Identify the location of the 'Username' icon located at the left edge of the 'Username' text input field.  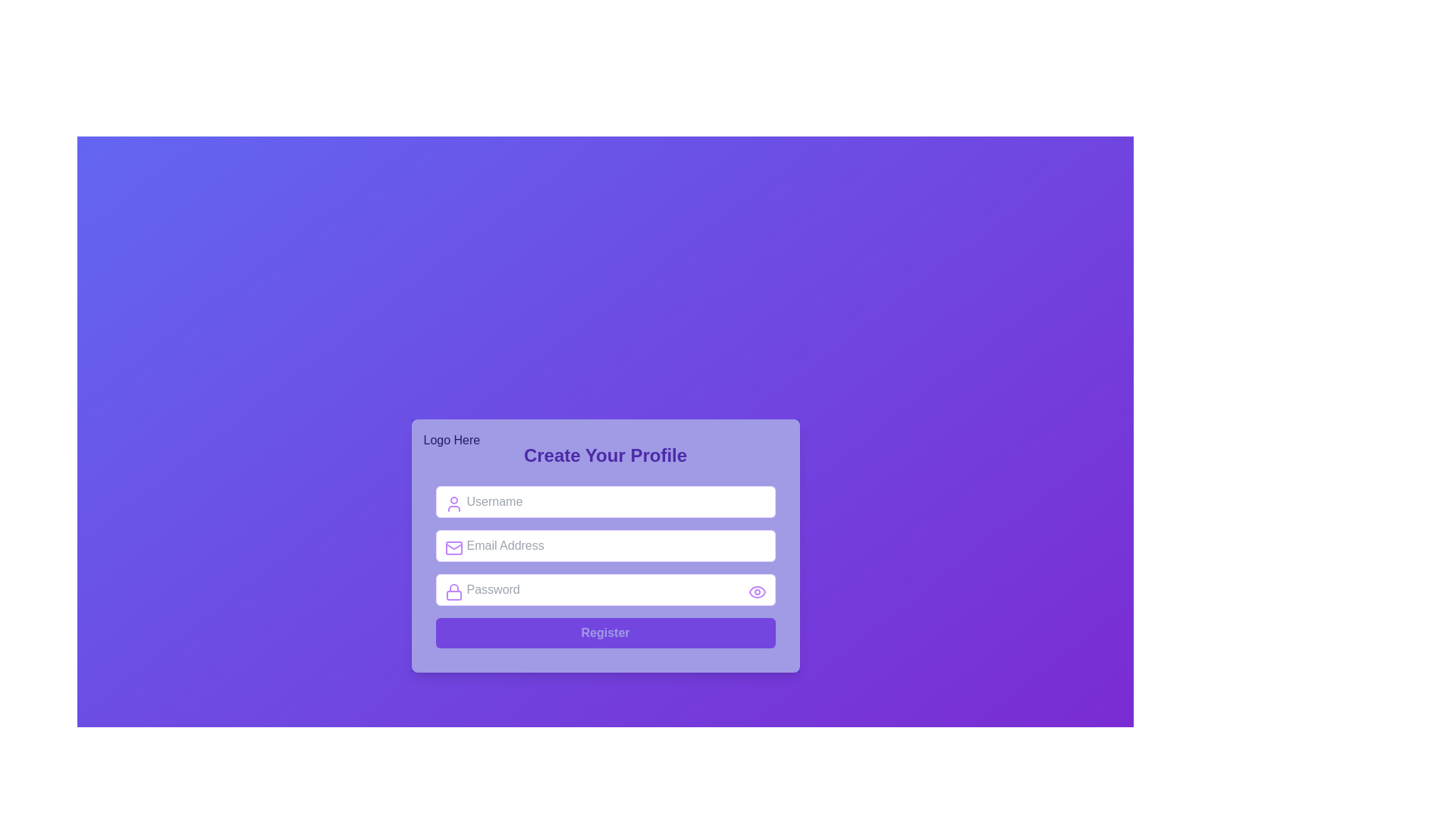
(453, 504).